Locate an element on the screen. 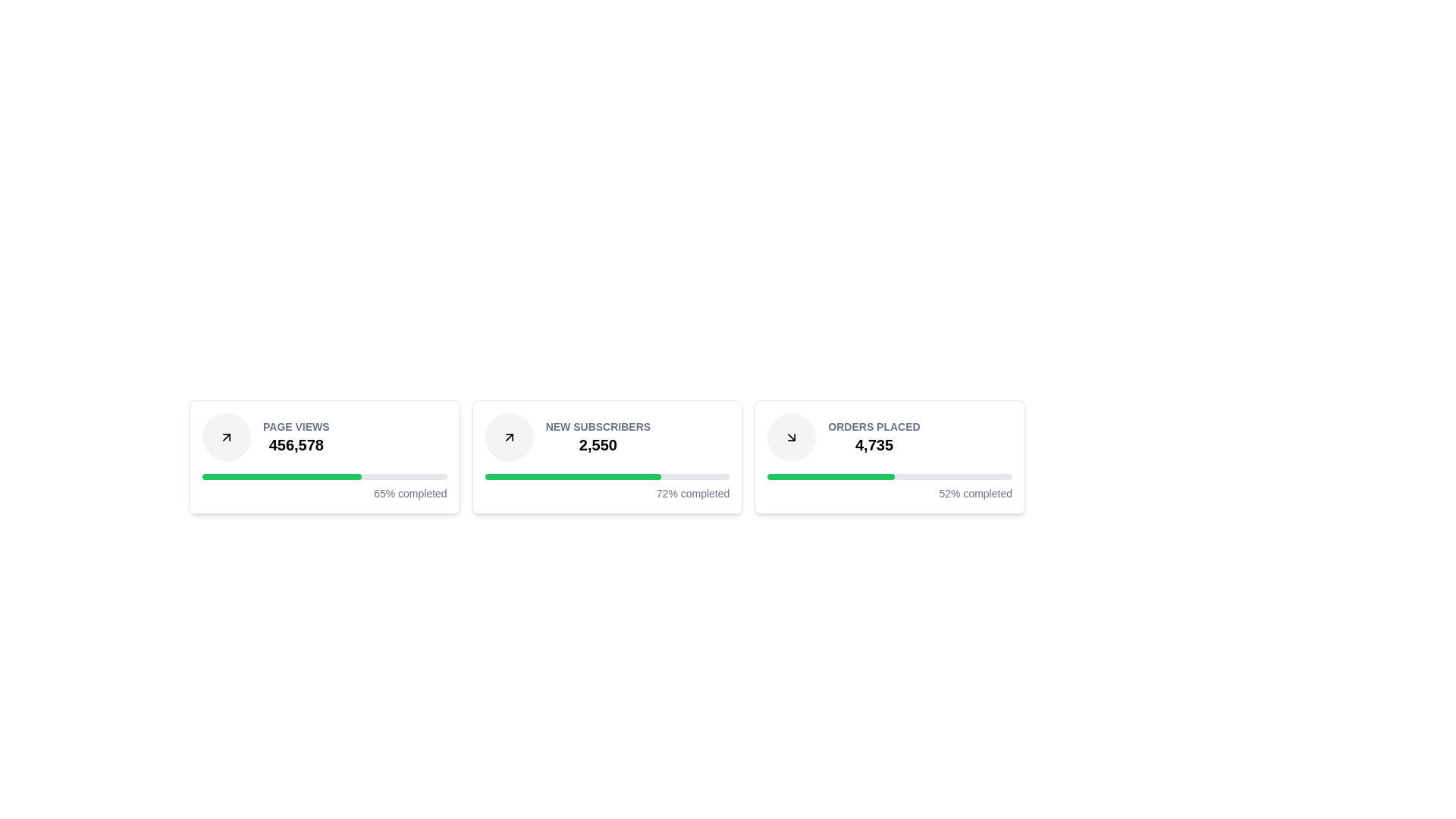 This screenshot has width=1456, height=819. the progress bar area of the statistical dashboard card, which is the second card in a horizontal sequence displaying new subscribers and completion progress is located at coordinates (607, 456).